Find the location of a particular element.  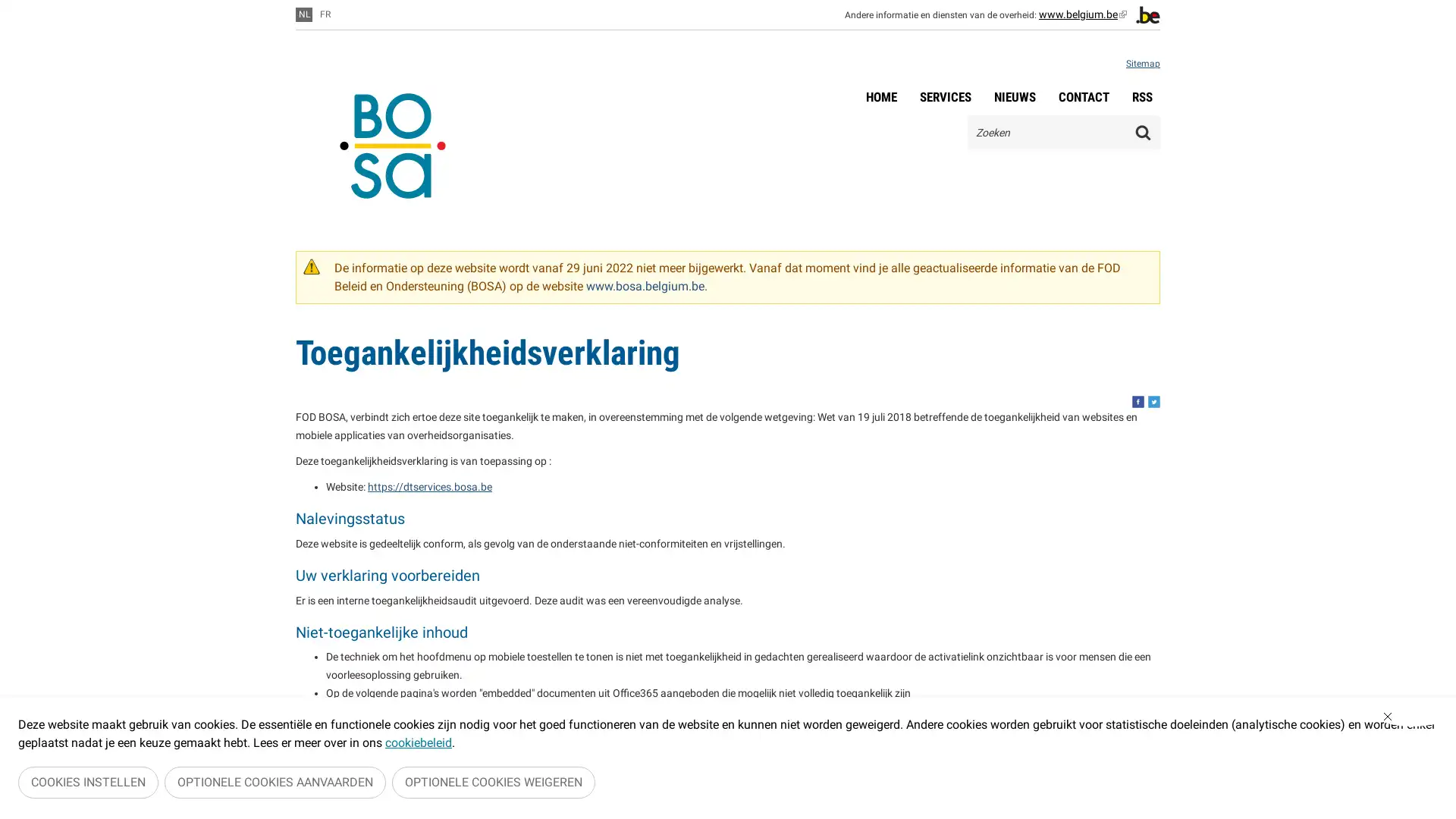

Share this, facebook. This button opens a new window is located at coordinates (1138, 400).